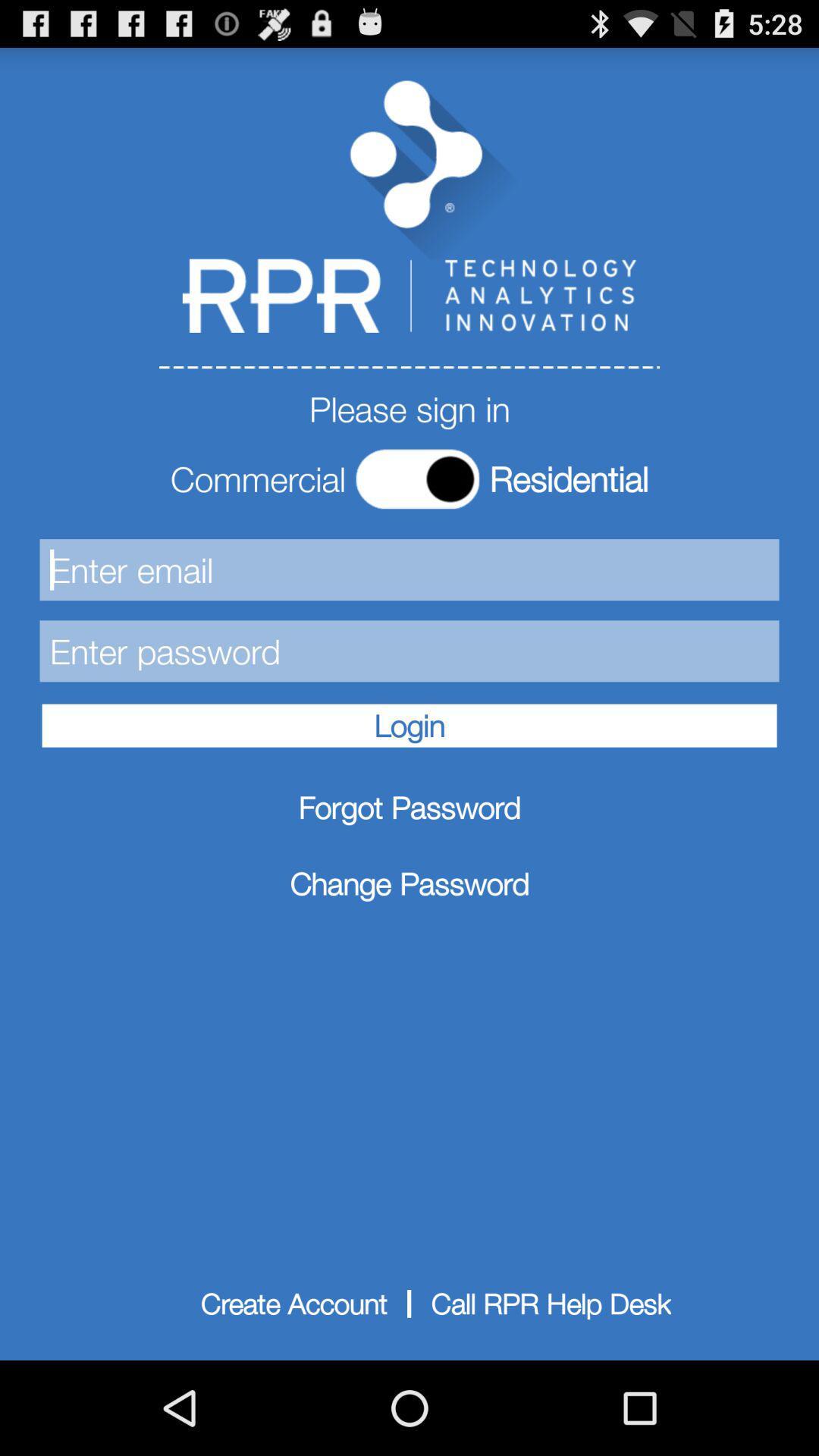 This screenshot has width=819, height=1456. What do you see at coordinates (409, 569) in the screenshot?
I see `the first text box` at bounding box center [409, 569].